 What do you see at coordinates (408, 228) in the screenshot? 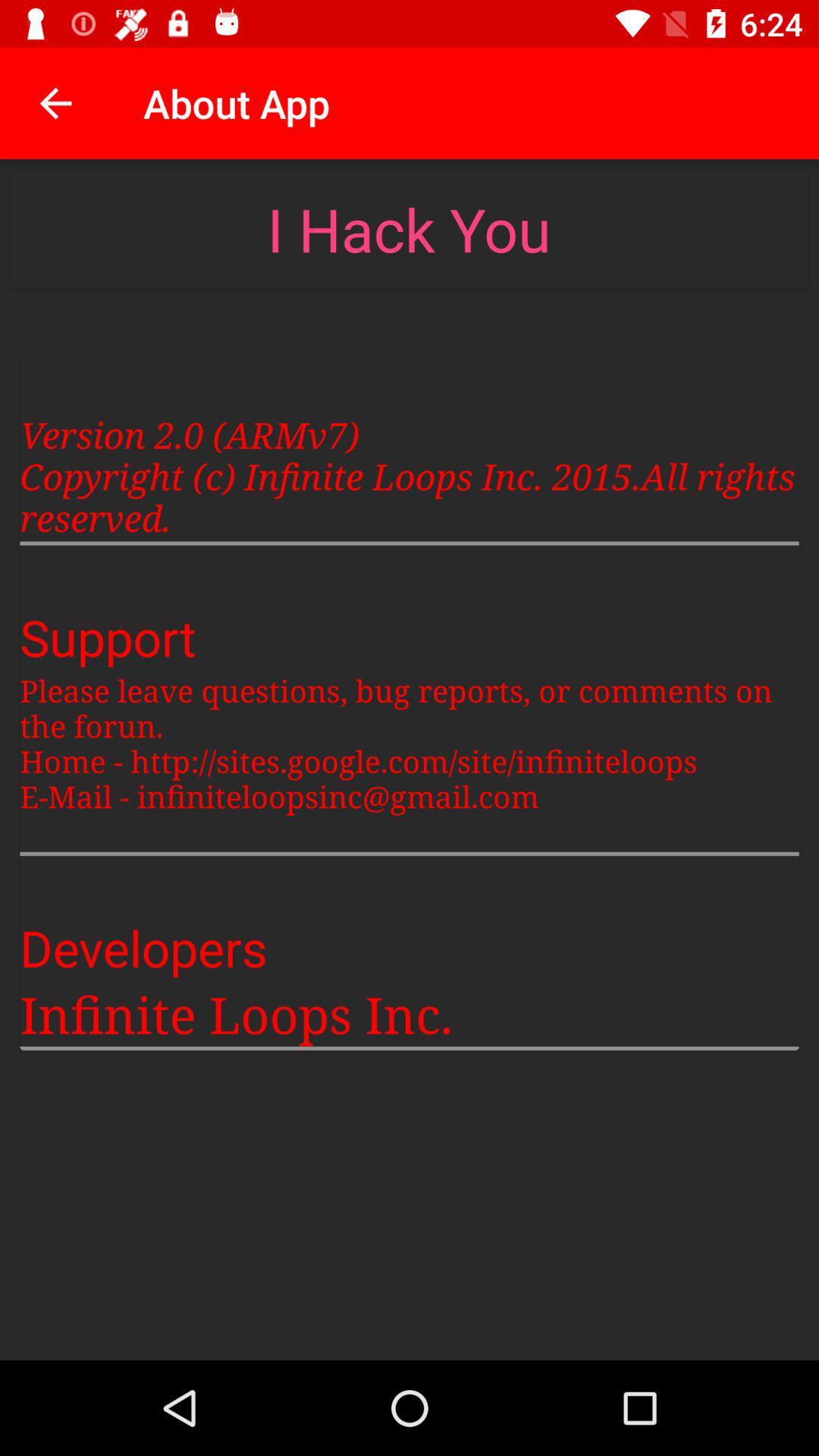
I see `icon below the about app` at bounding box center [408, 228].